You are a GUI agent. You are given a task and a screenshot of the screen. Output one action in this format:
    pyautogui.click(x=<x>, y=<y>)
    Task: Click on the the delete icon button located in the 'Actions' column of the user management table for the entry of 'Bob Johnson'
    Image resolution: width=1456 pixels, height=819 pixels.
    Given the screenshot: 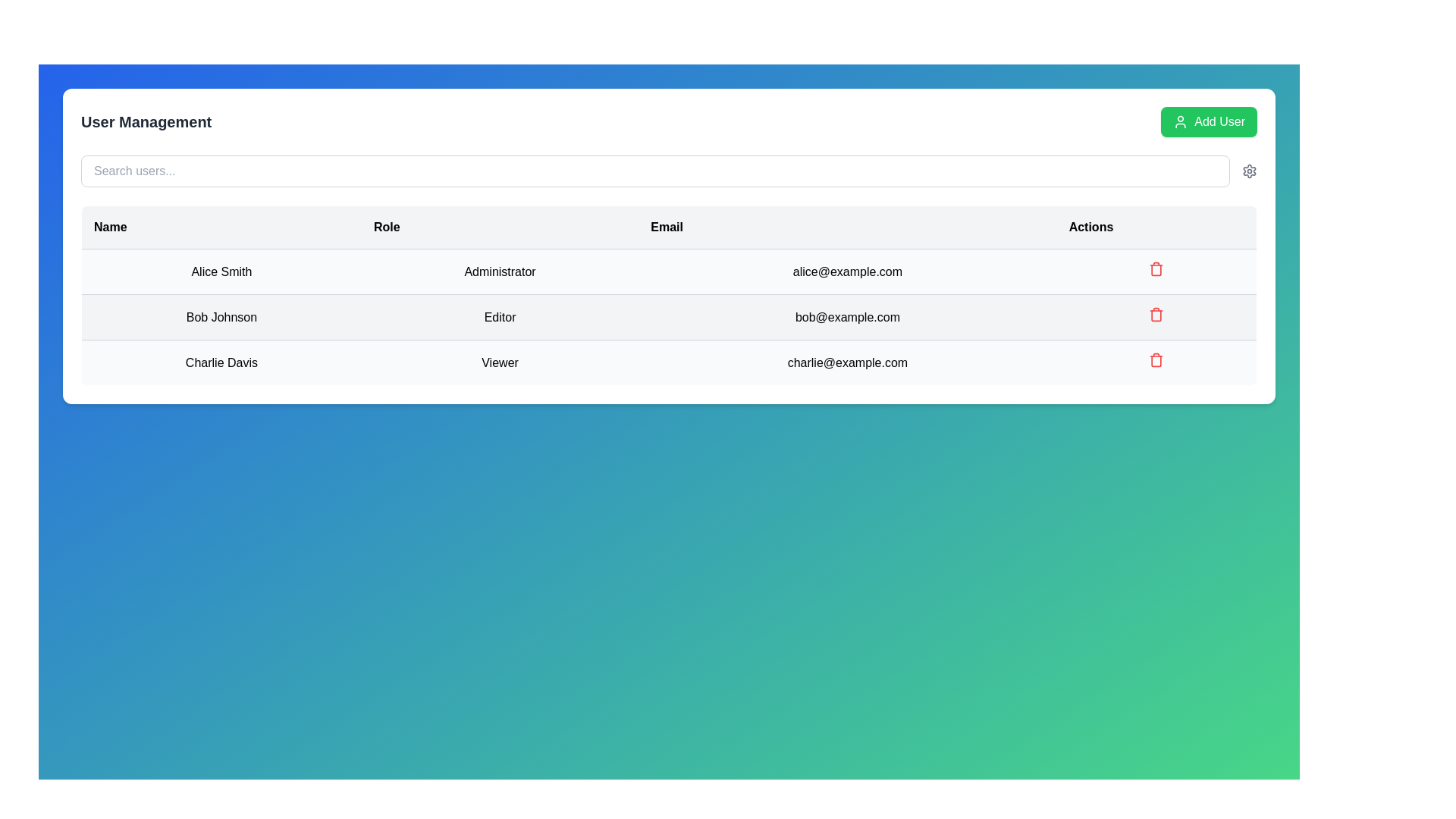 What is the action you would take?
    pyautogui.click(x=1156, y=316)
    